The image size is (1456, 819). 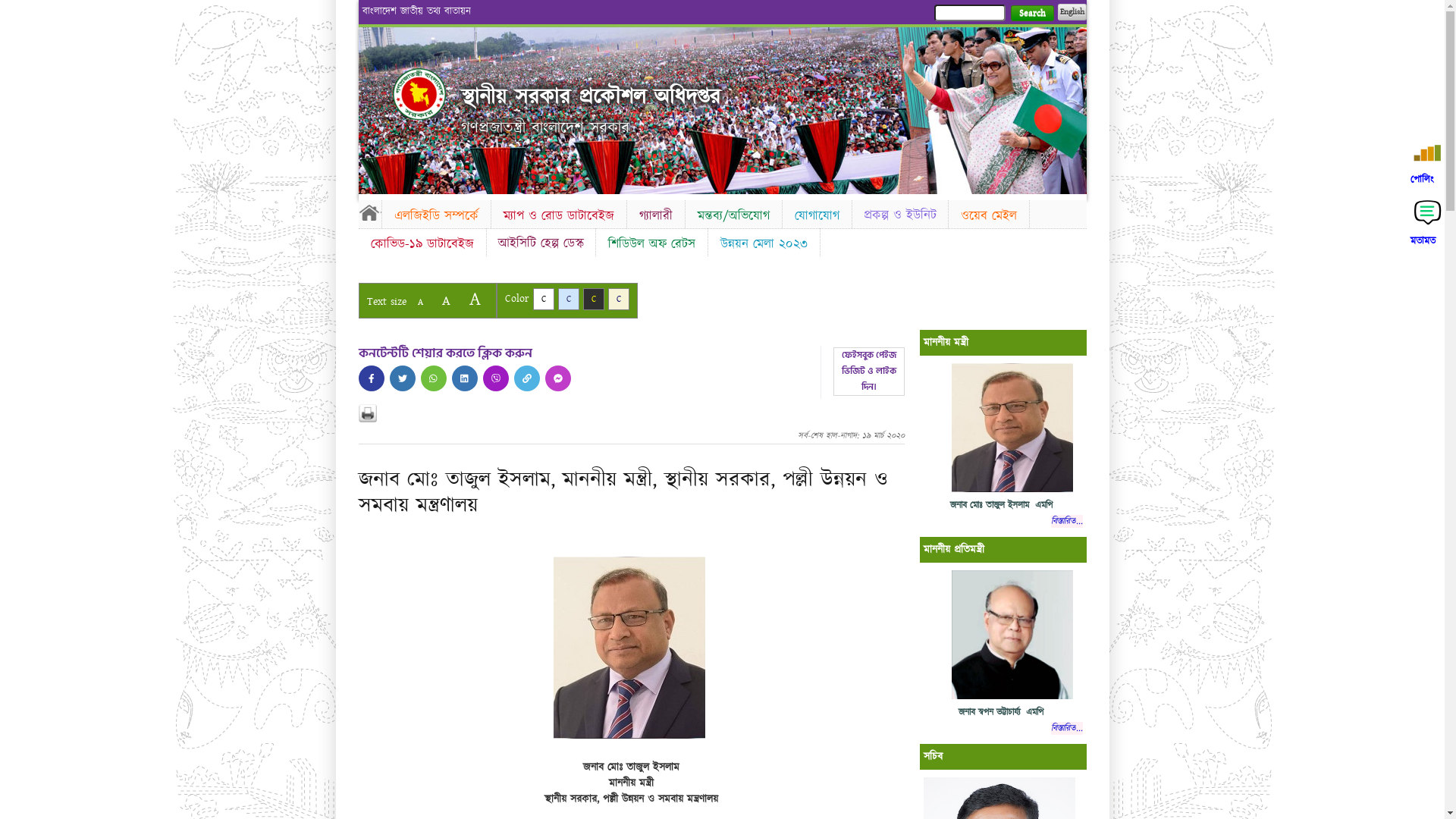 What do you see at coordinates (419, 302) in the screenshot?
I see `'A'` at bounding box center [419, 302].